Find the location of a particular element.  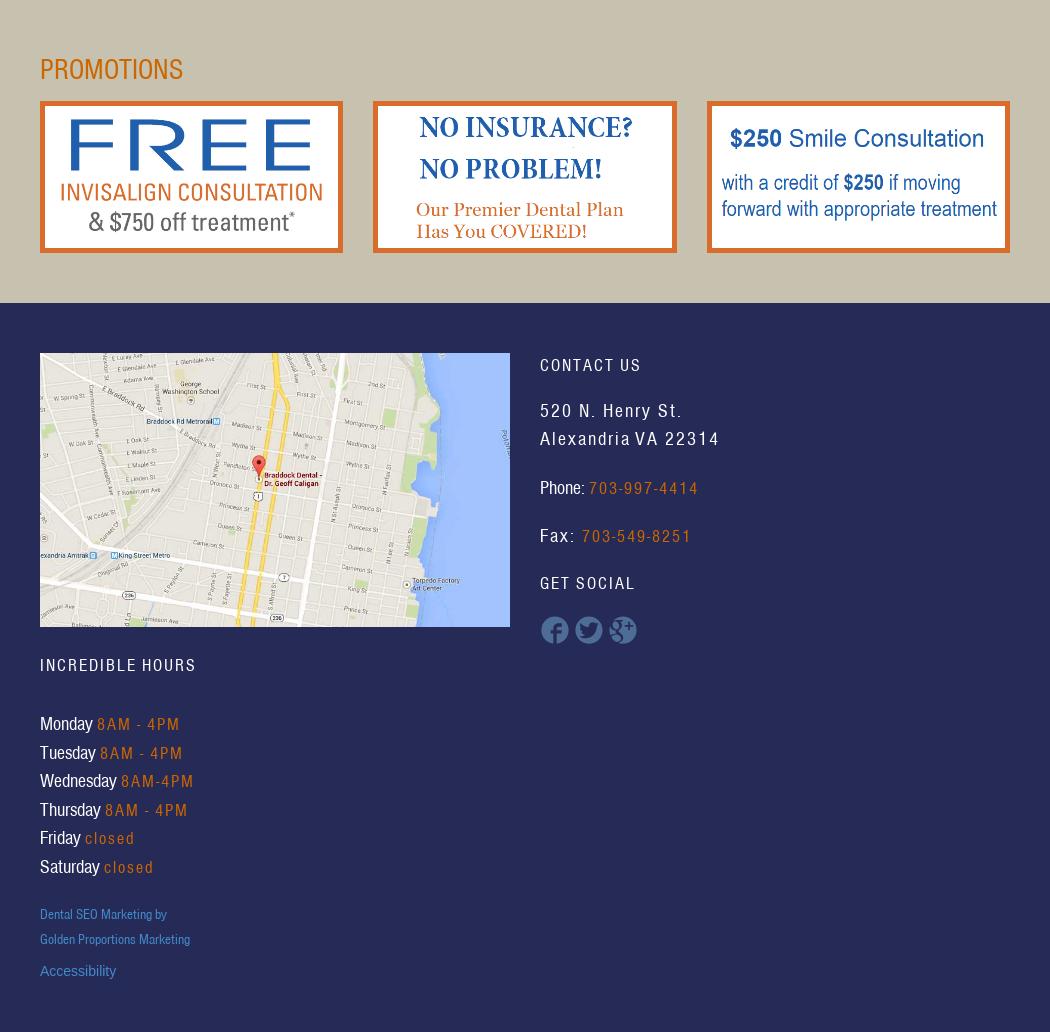

'Alexandria' is located at coordinates (584, 437).